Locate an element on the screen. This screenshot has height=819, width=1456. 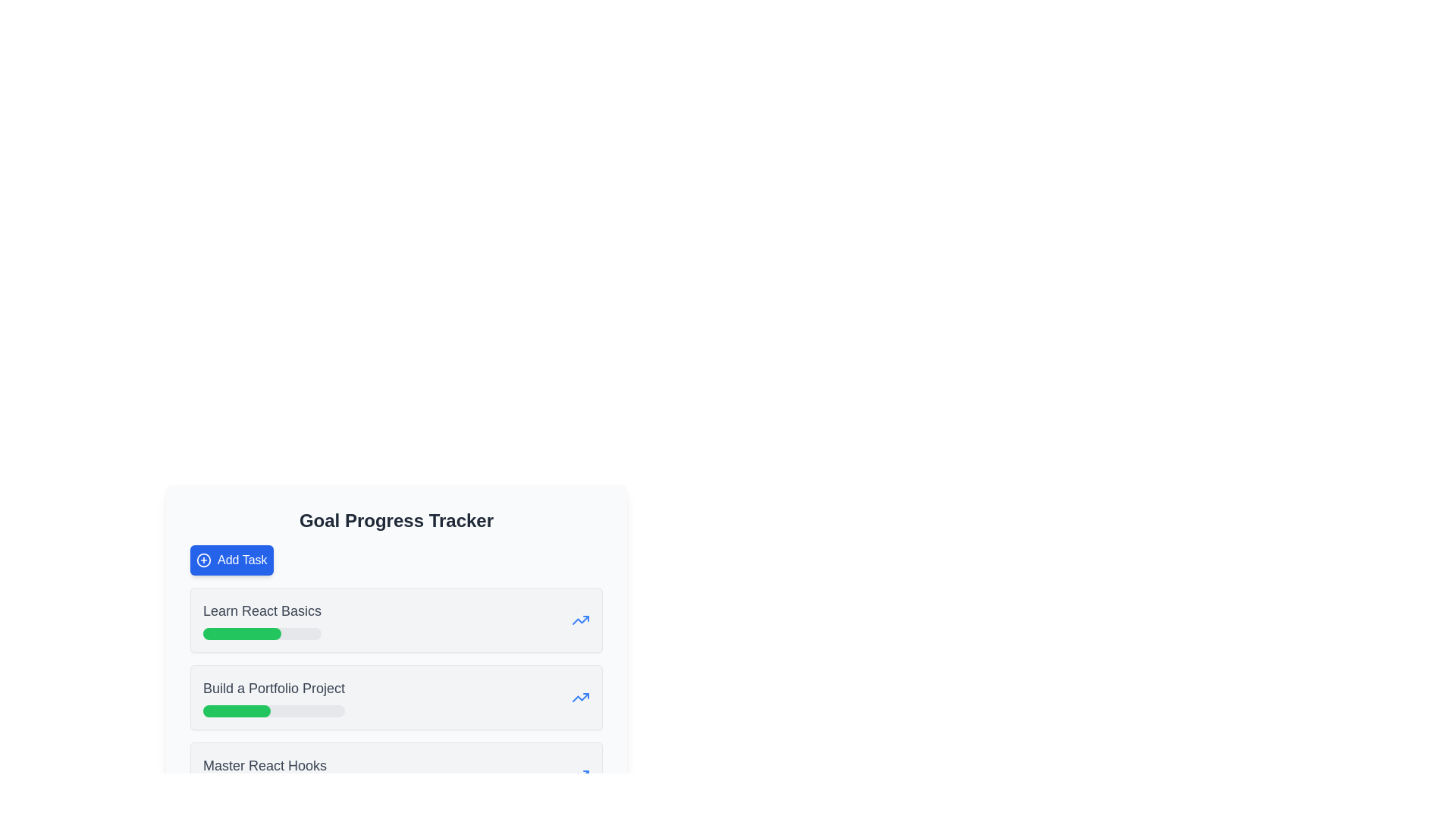
the first task item is located at coordinates (397, 620).